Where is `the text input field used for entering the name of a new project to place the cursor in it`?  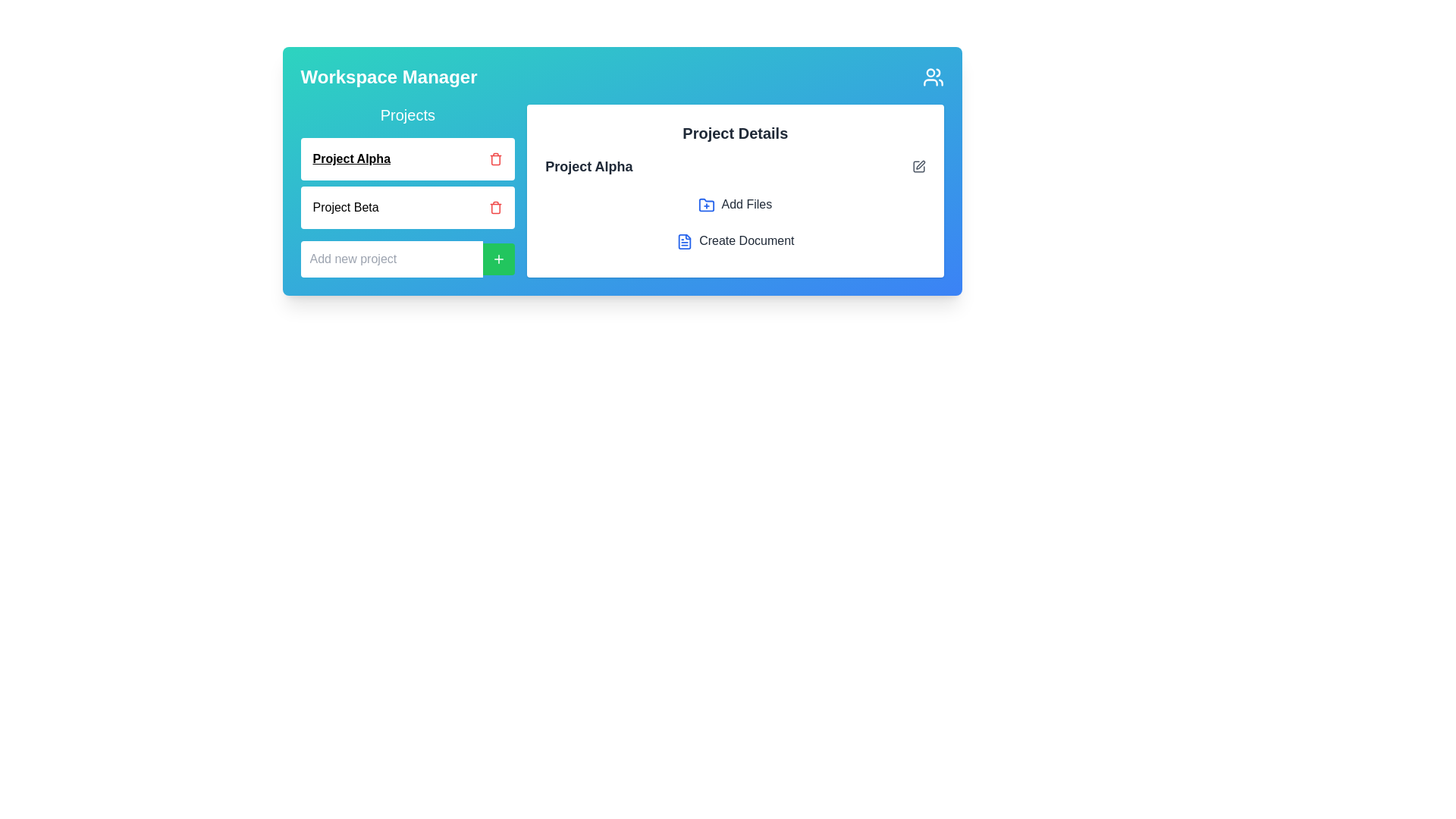 the text input field used for entering the name of a new project to place the cursor in it is located at coordinates (391, 259).